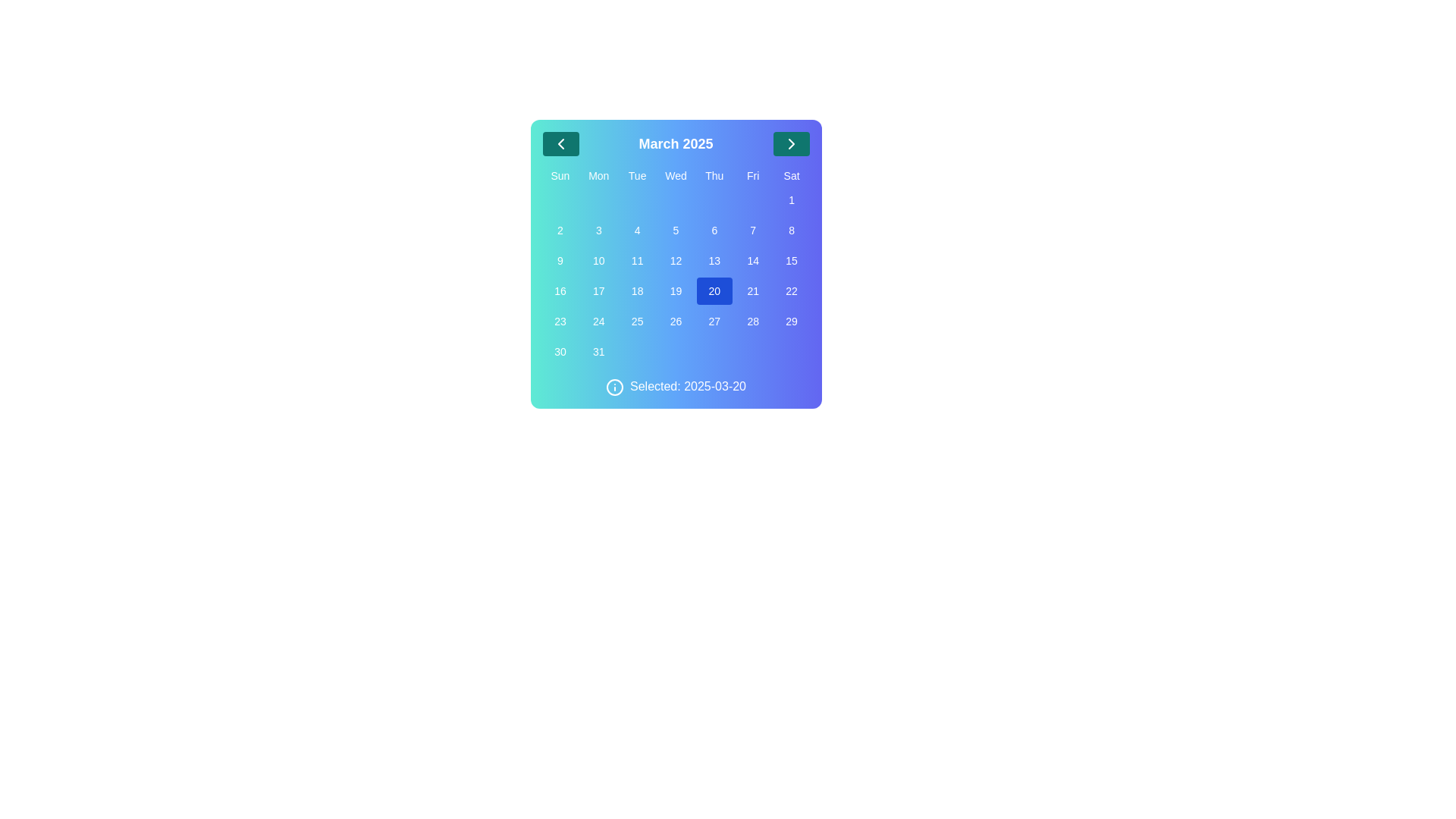 The height and width of the screenshot is (819, 1456). What do you see at coordinates (598, 231) in the screenshot?
I see `the square button with rounded corners and light blue background displaying '3', located in the second column of the second row of the March 2025 calendar` at bounding box center [598, 231].